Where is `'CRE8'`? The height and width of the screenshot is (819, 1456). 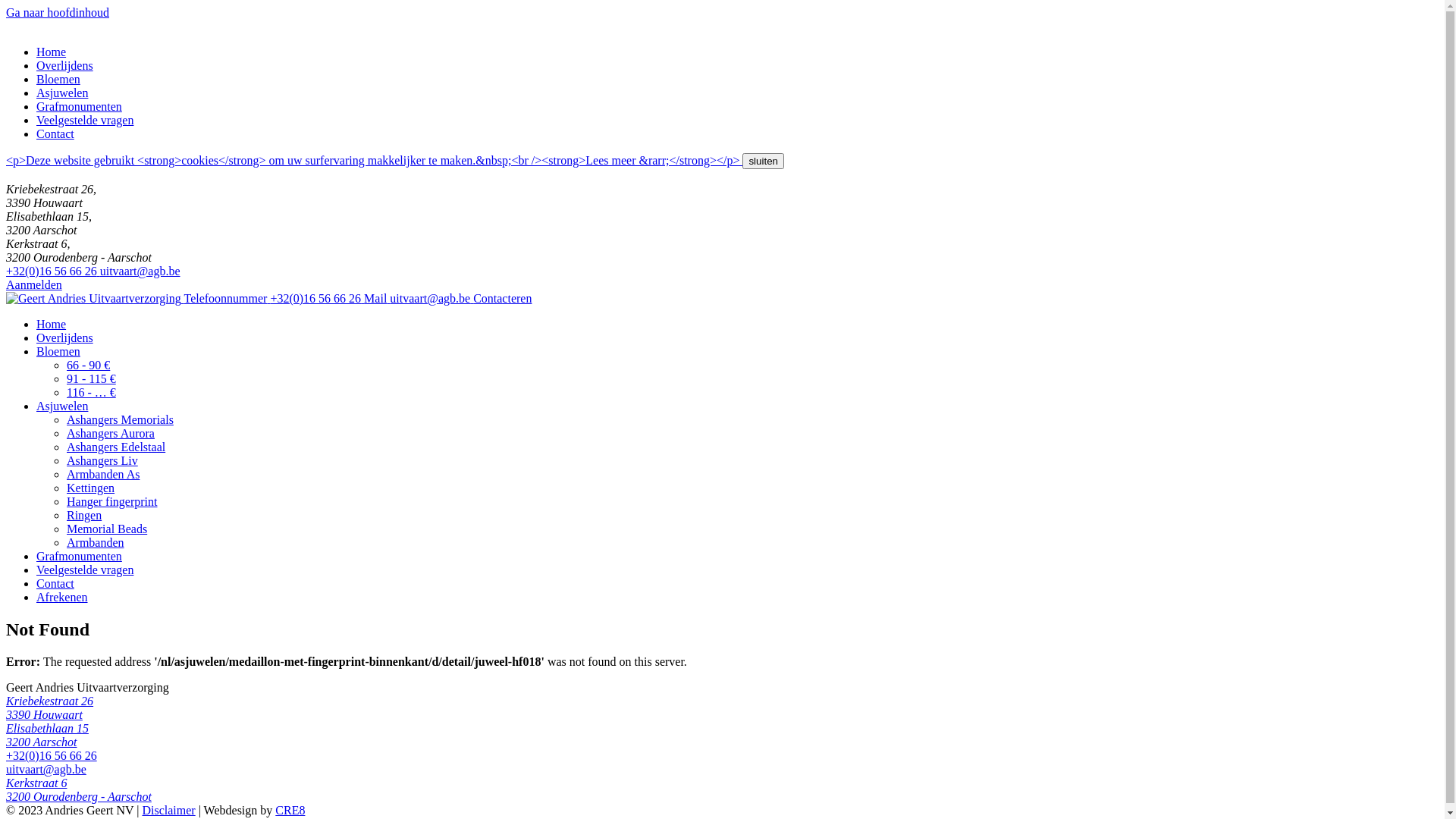
'CRE8' is located at coordinates (290, 809).